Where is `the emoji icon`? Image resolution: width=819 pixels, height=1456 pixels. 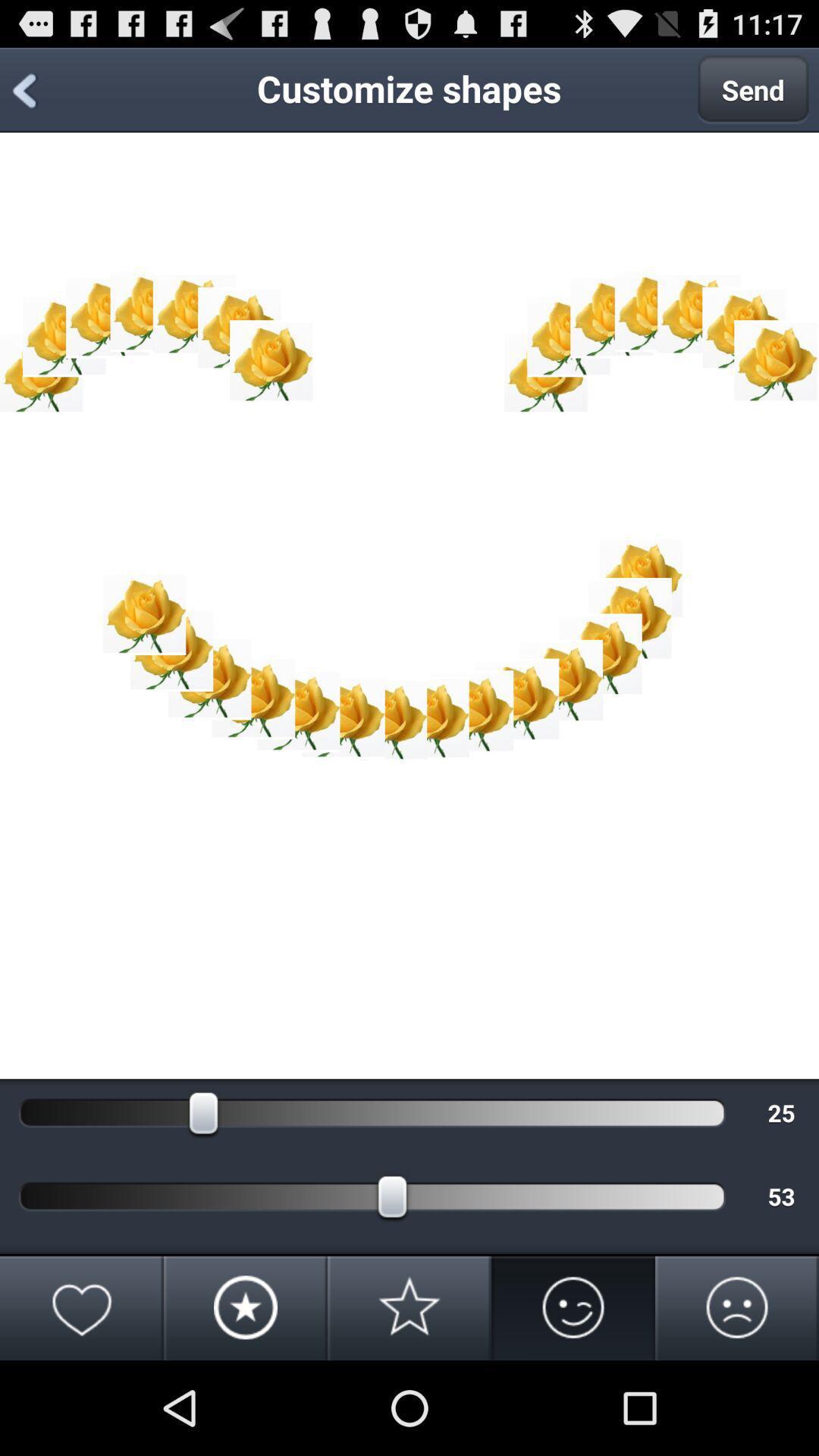 the emoji icon is located at coordinates (573, 1398).